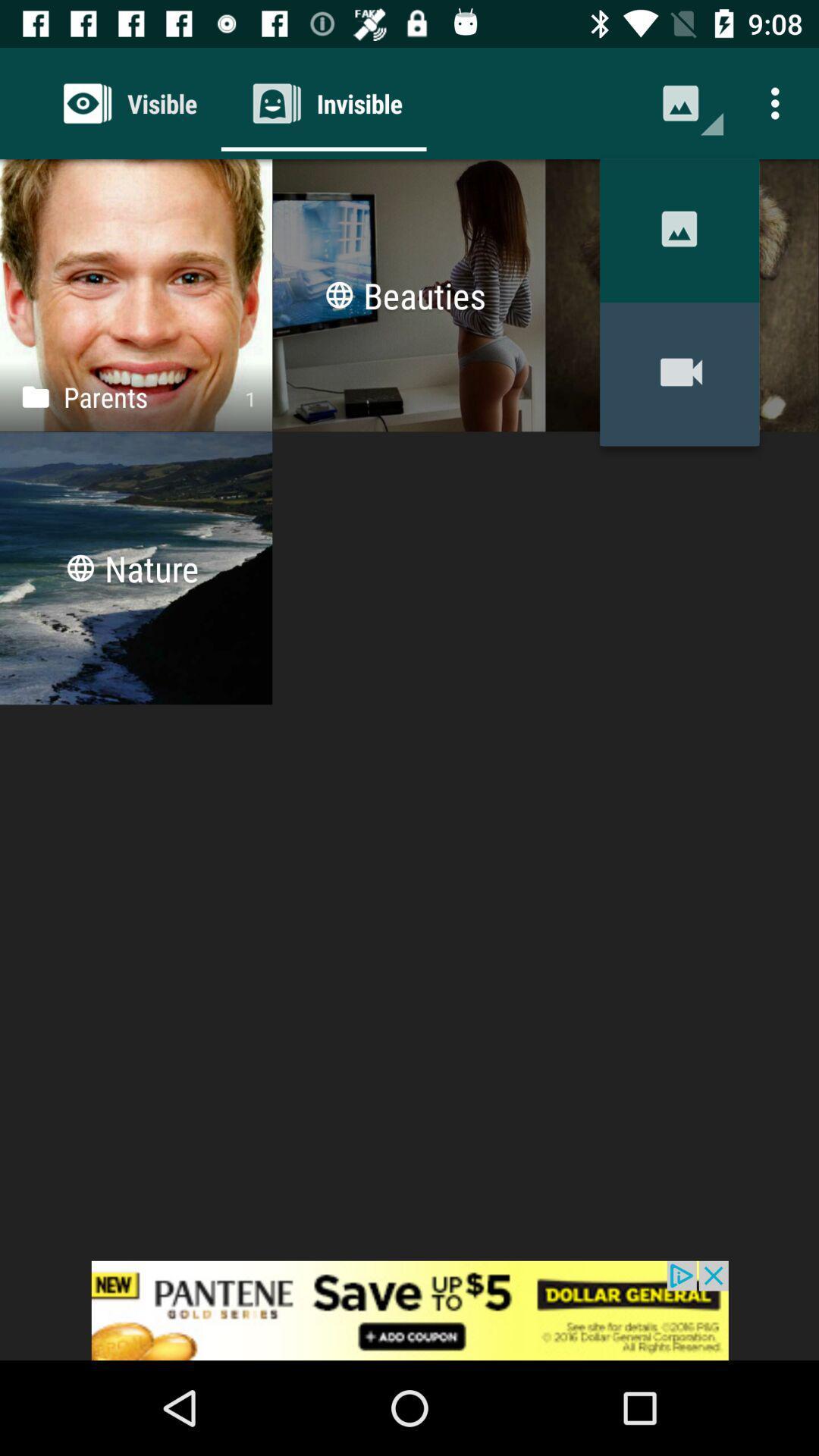 The image size is (819, 1456). Describe the element at coordinates (409, 1310) in the screenshot. I see `advertisement` at that location.